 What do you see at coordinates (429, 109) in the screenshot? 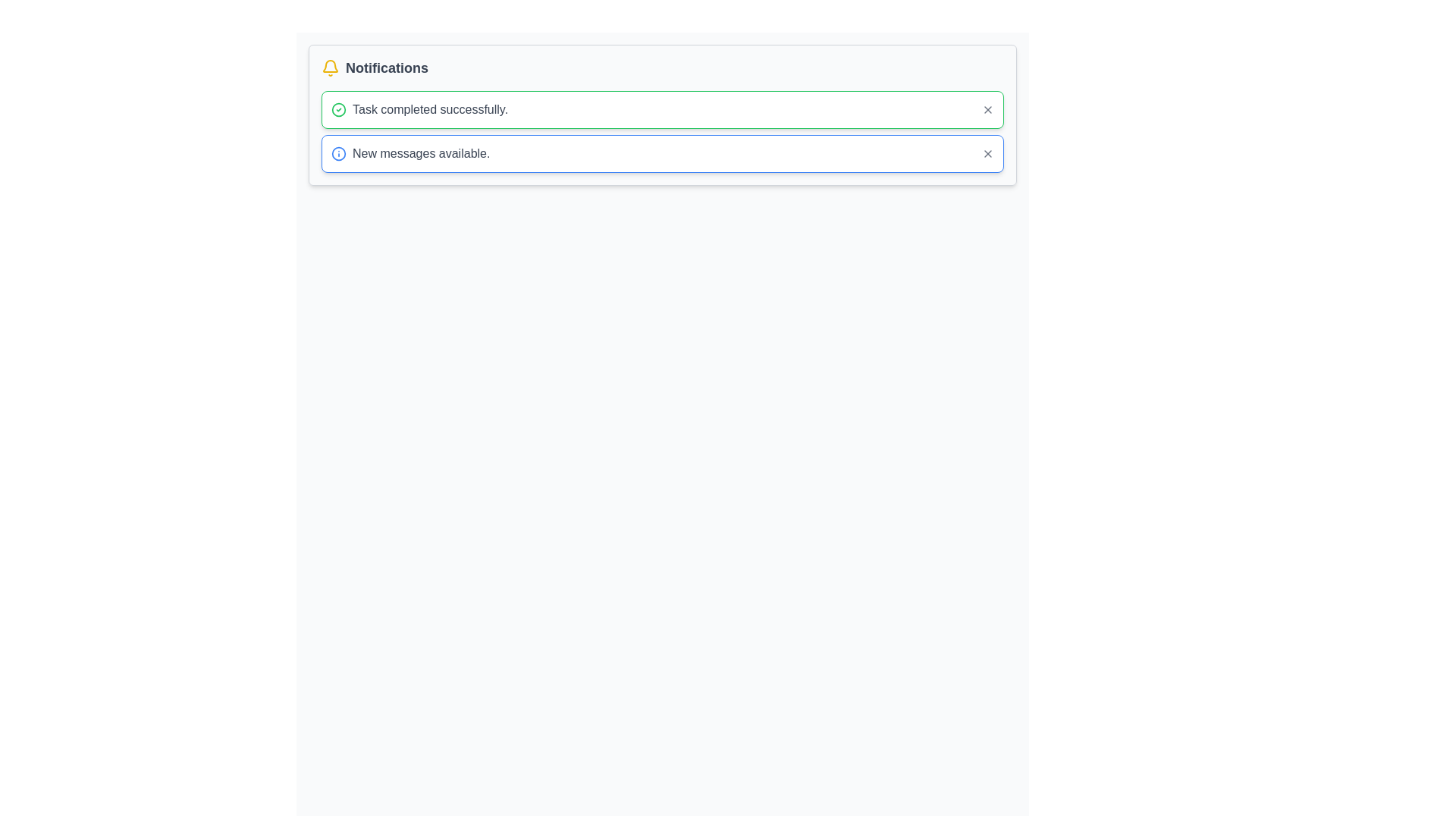
I see `the static text label displaying 'Task completed successfully.'` at bounding box center [429, 109].